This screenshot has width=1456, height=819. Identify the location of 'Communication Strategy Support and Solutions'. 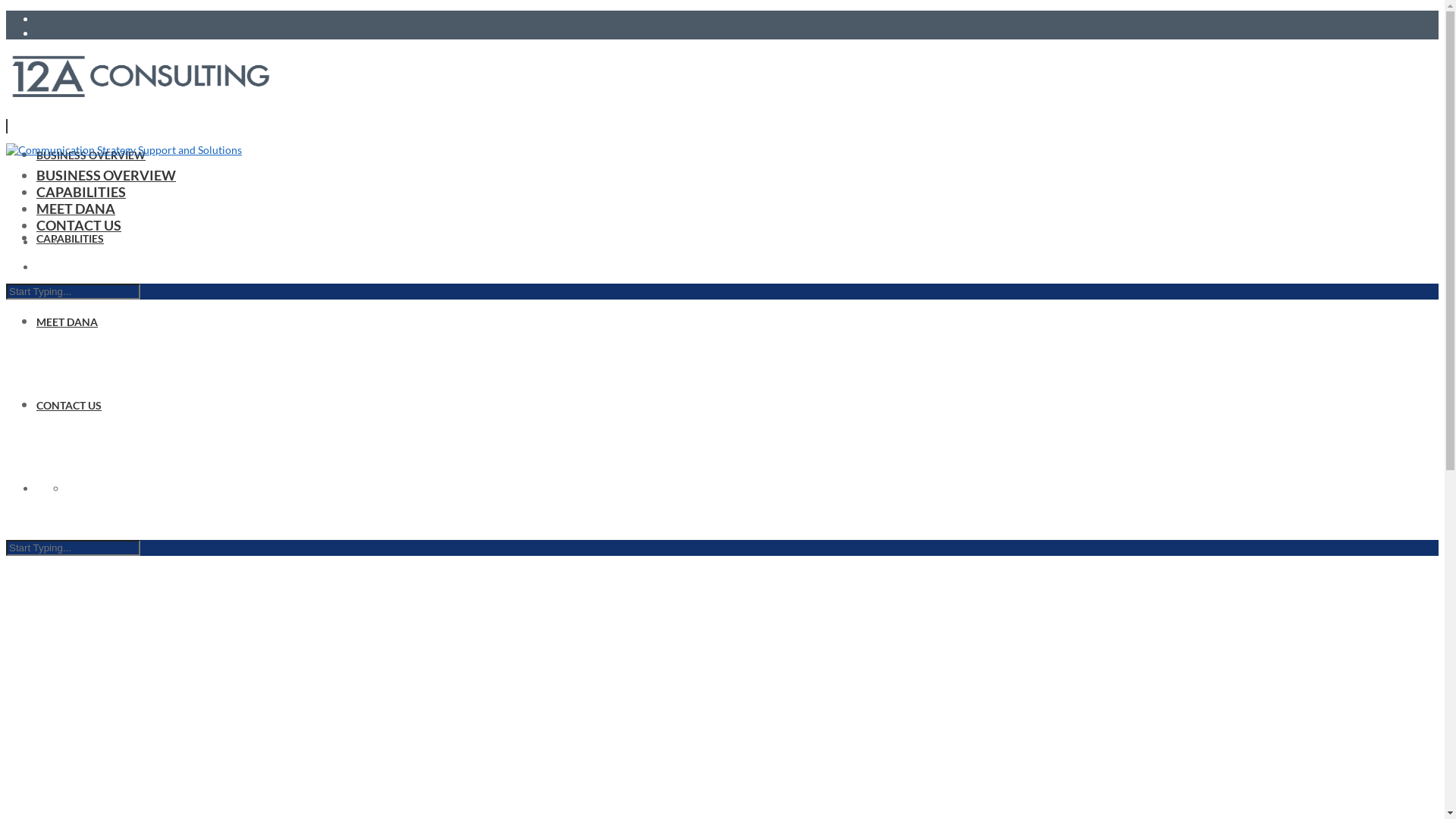
(6, 149).